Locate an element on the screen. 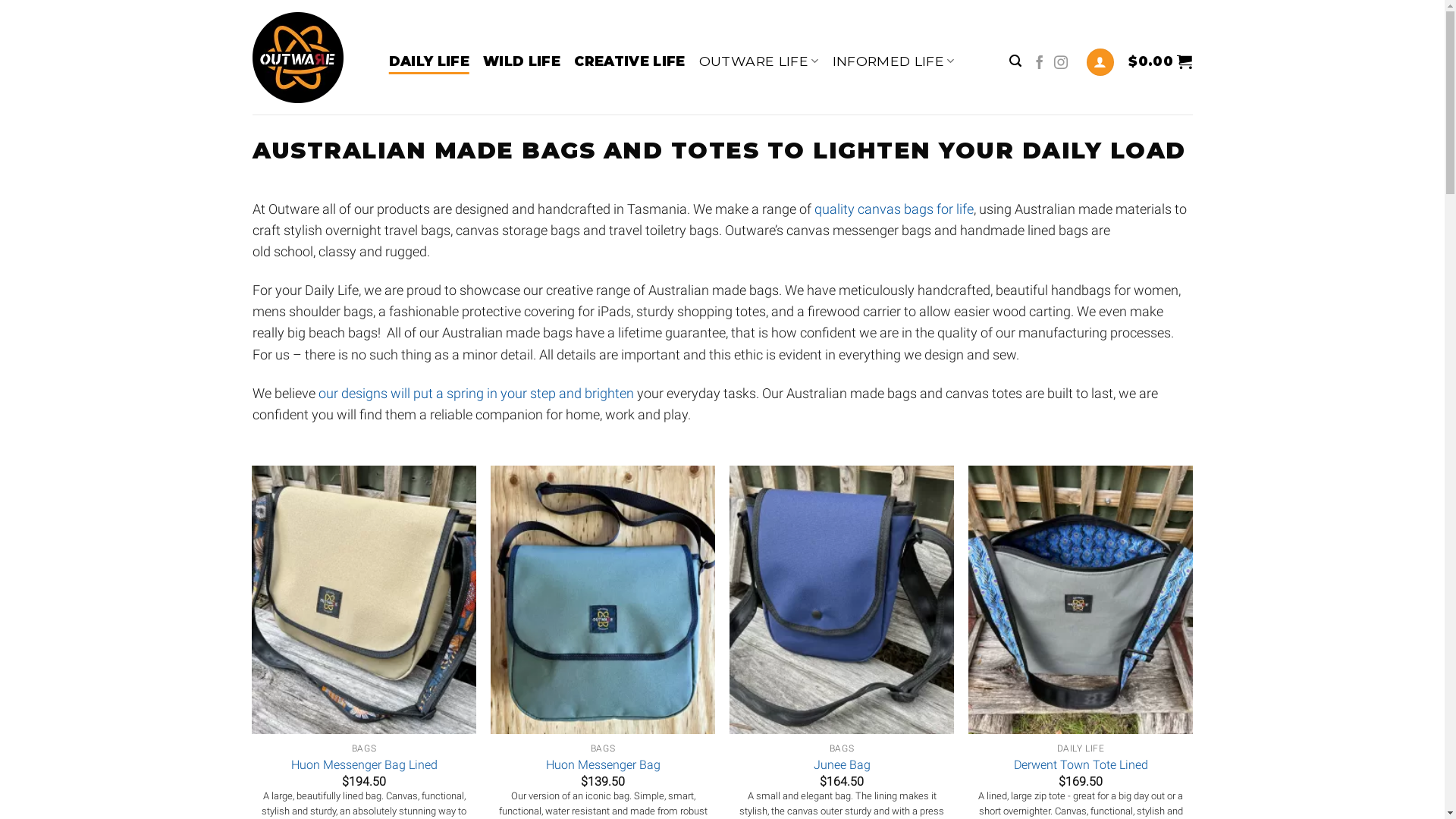 The height and width of the screenshot is (819, 1456). 'DAILY LIFE' is located at coordinates (428, 60).